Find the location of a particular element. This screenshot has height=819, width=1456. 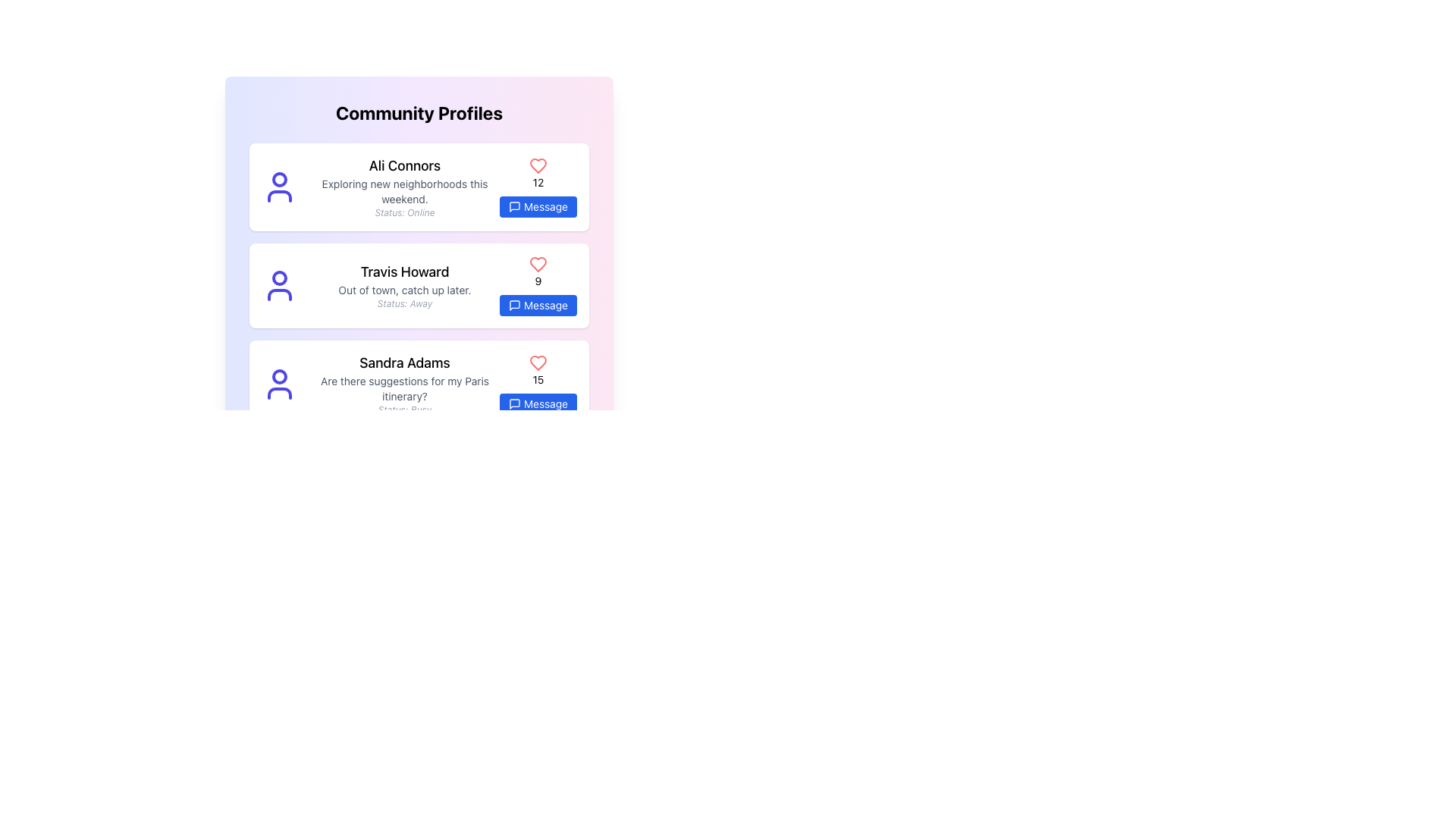

the user avatar icon for 'Travis Howard' located in the center of the profile card to the left of the text description is located at coordinates (280, 286).